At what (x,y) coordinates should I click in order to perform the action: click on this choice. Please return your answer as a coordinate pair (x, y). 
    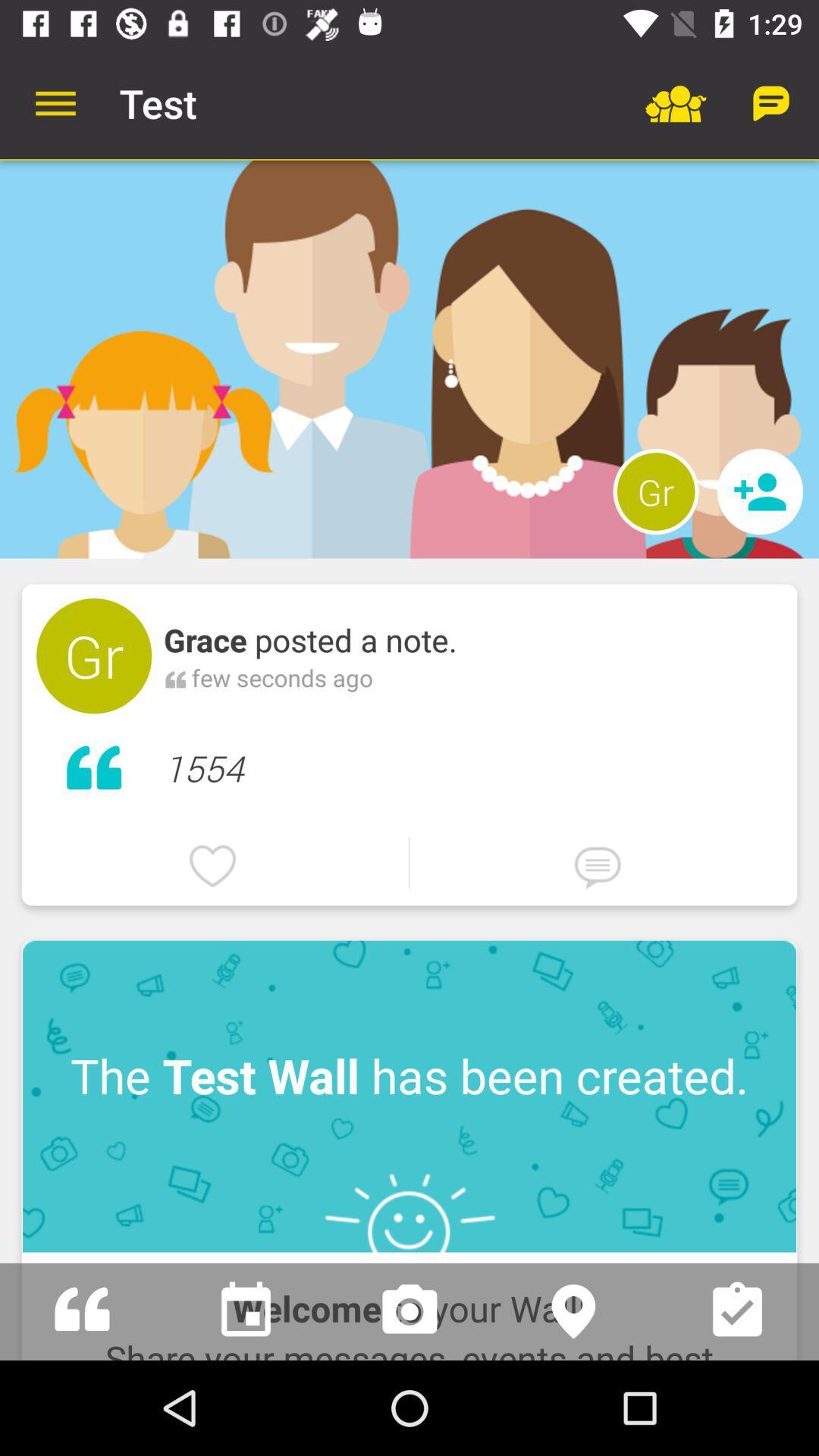
    Looking at the image, I should click on (736, 1310).